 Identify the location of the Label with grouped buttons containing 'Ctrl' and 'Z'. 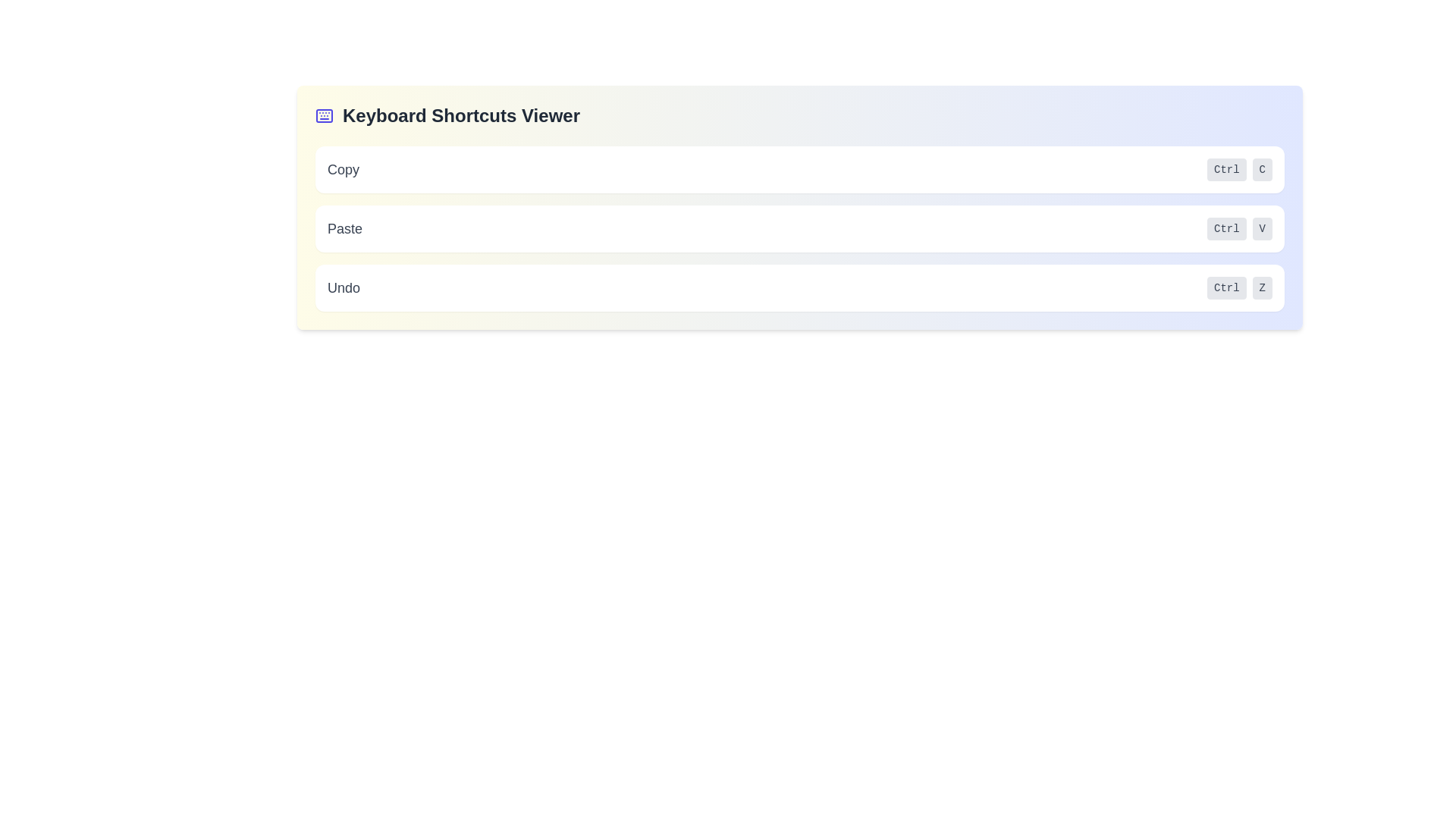
(1240, 288).